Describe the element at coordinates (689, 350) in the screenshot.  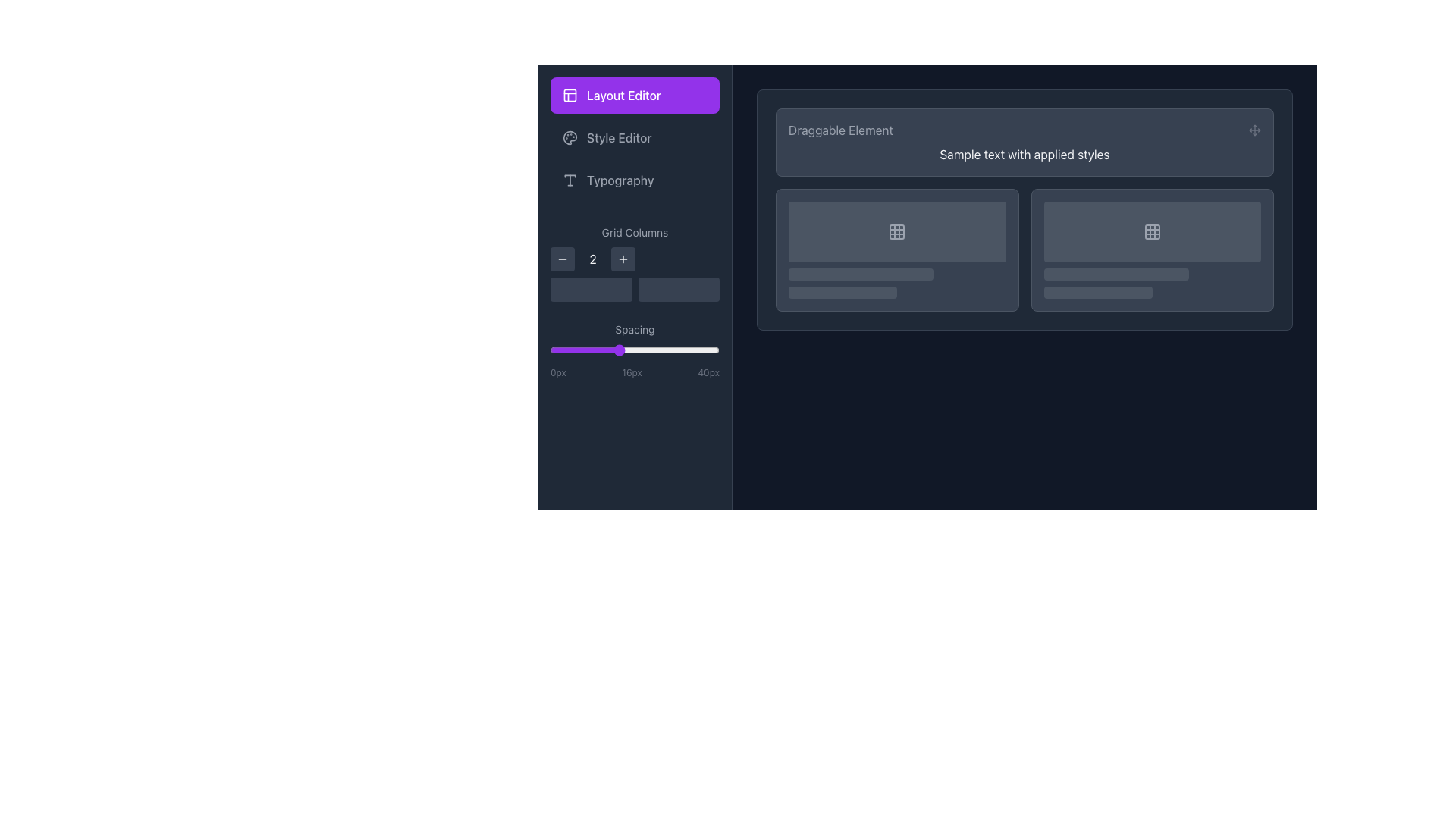
I see `the spacing value` at that location.